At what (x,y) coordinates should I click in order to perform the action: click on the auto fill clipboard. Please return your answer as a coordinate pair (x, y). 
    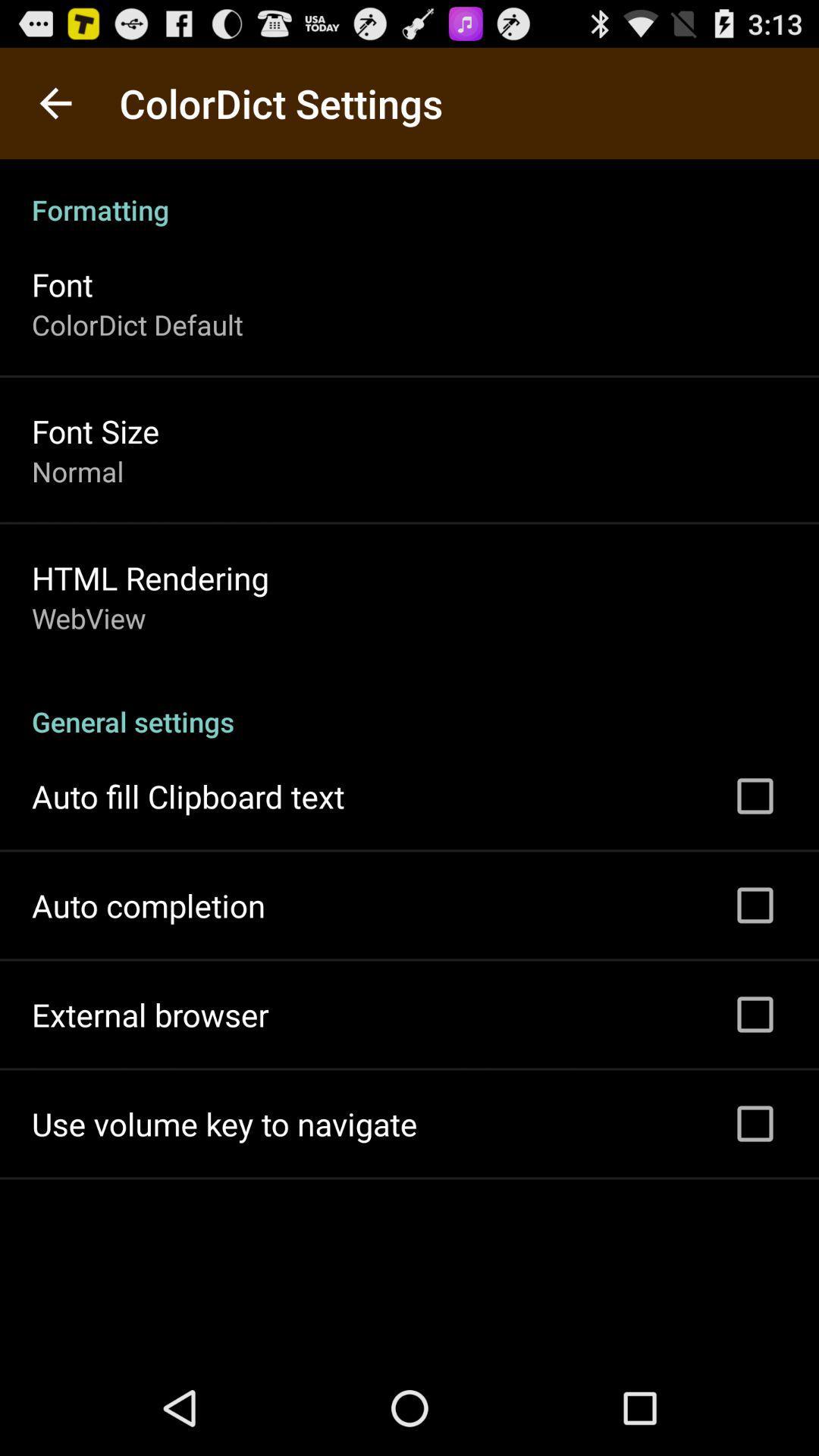
    Looking at the image, I should click on (187, 795).